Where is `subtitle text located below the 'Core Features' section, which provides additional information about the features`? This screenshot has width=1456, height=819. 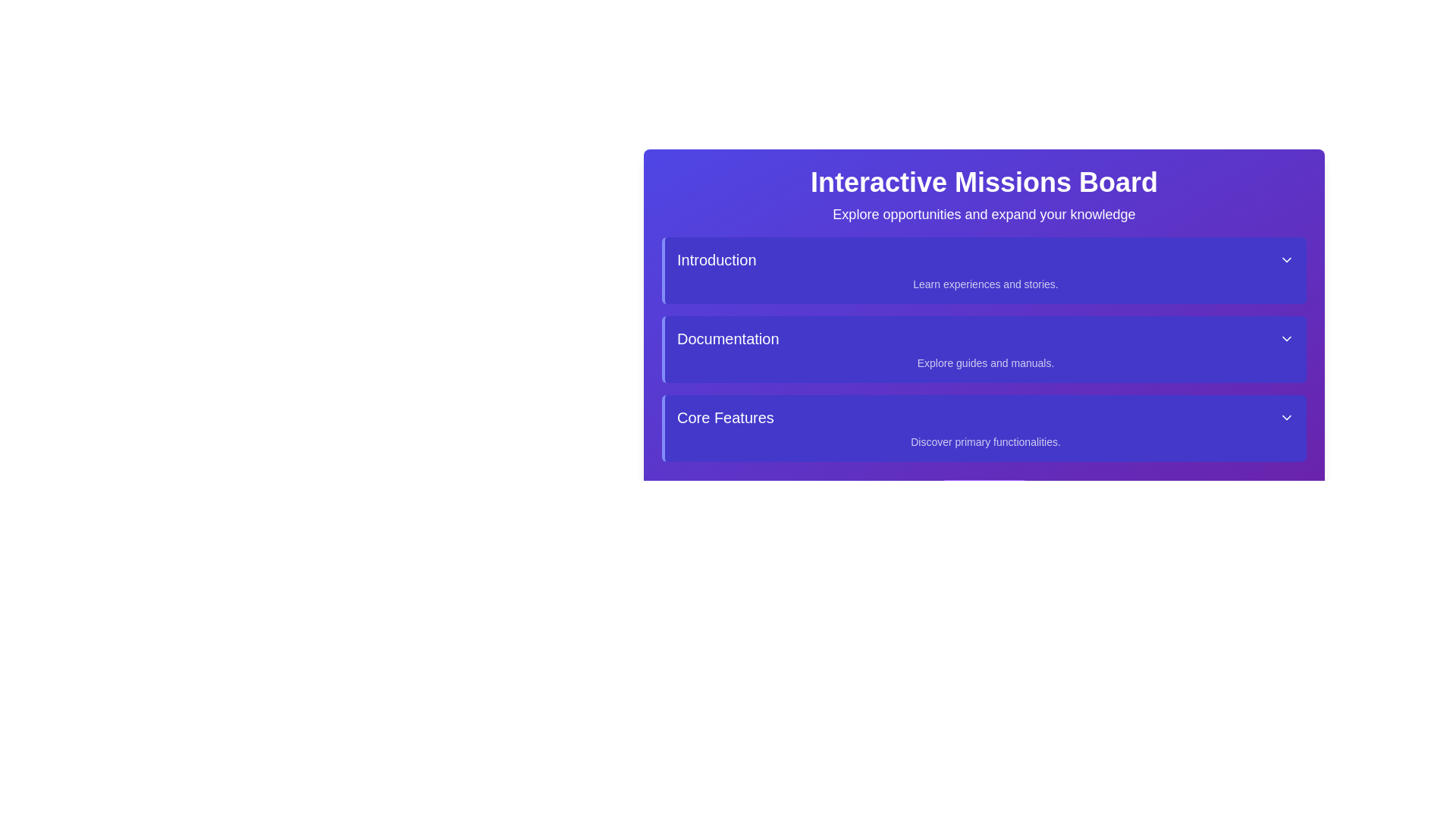
subtitle text located below the 'Core Features' section, which provides additional information about the features is located at coordinates (986, 441).